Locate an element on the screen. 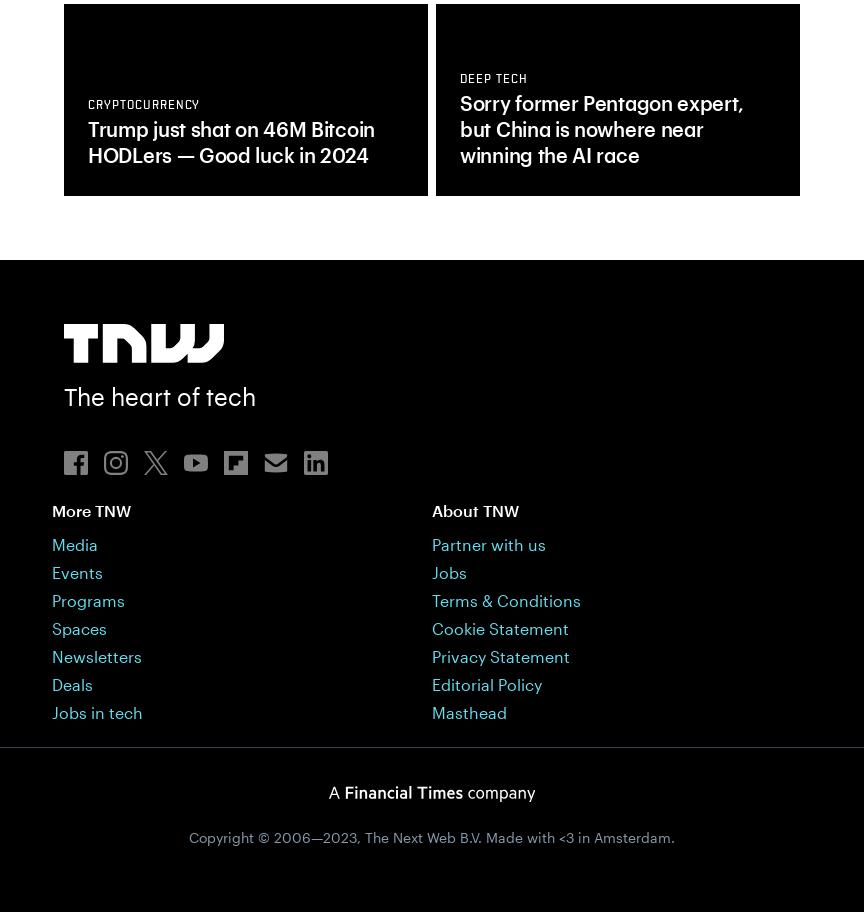 The height and width of the screenshot is (912, 864). 'Programs' is located at coordinates (88, 598).